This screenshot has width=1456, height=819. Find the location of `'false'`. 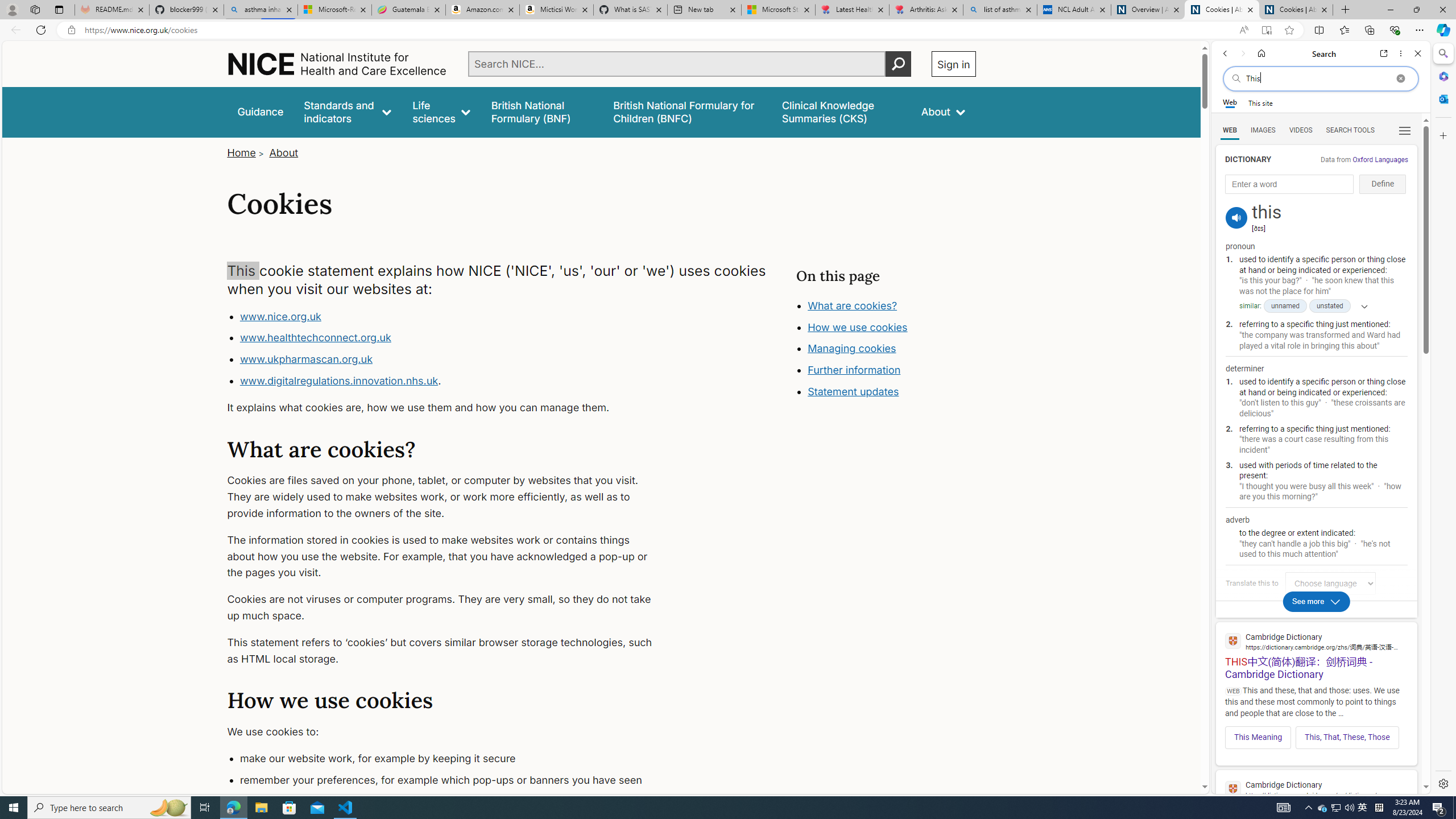

'false' is located at coordinates (841, 111).